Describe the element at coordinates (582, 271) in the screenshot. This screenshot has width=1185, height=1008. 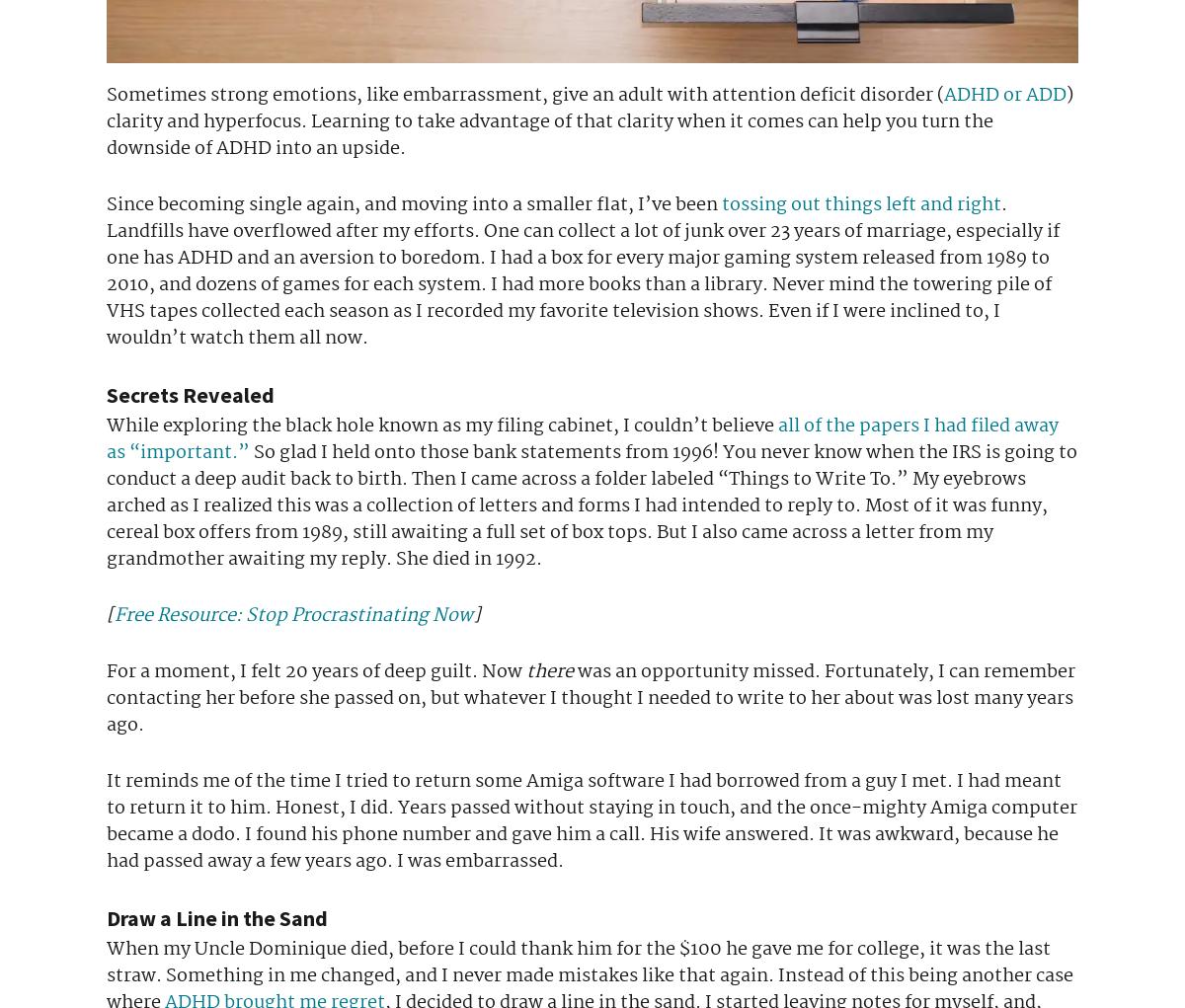
I see `'. Landfills have overflowed after my efforts. One can collect a lot of junk over 23 years of marriage, especially if one has ADHD and an aversion to boredom. I had a box for every major gaming system released from 1989 to 2010, and dozens of games for each system. I had more books than a library. Never mind the towering pile of VHS tapes collected each season as I recorded my favorite television shows. Even if I were inclined to, I wouldn’t watch them all now.'` at that location.